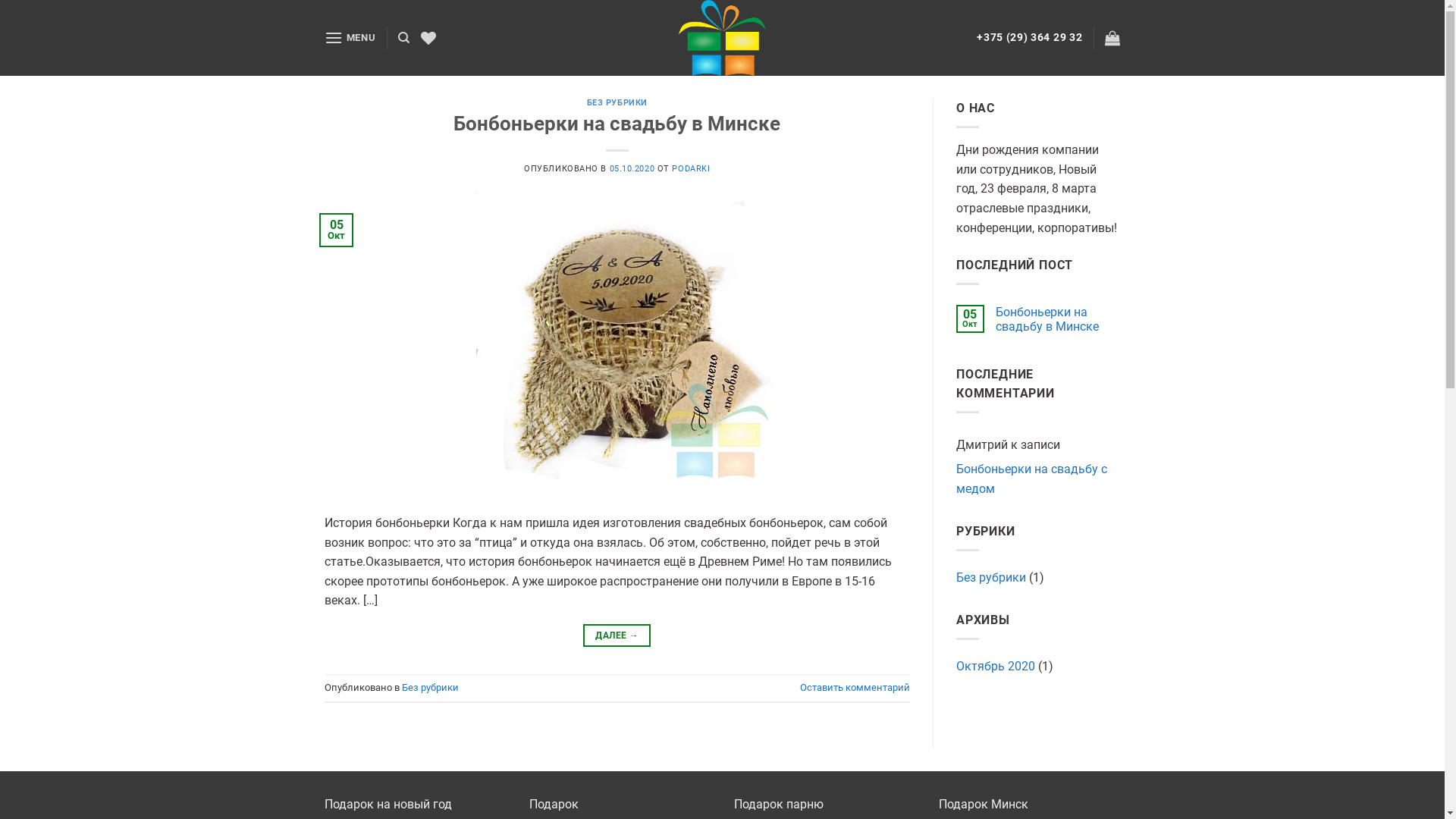  What do you see at coordinates (690, 168) in the screenshot?
I see `'PODARKI'` at bounding box center [690, 168].